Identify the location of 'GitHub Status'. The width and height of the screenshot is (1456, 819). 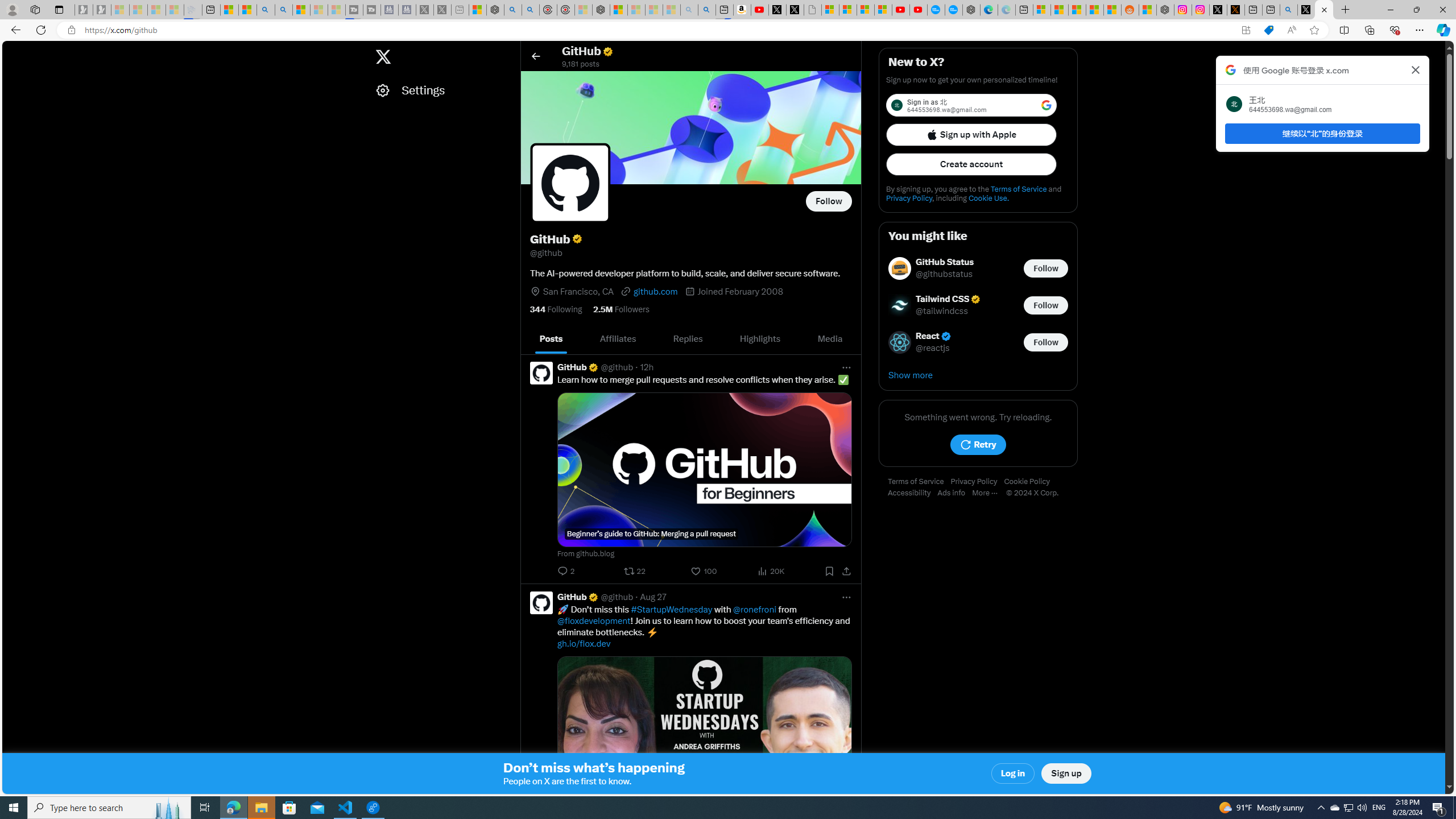
(944, 262).